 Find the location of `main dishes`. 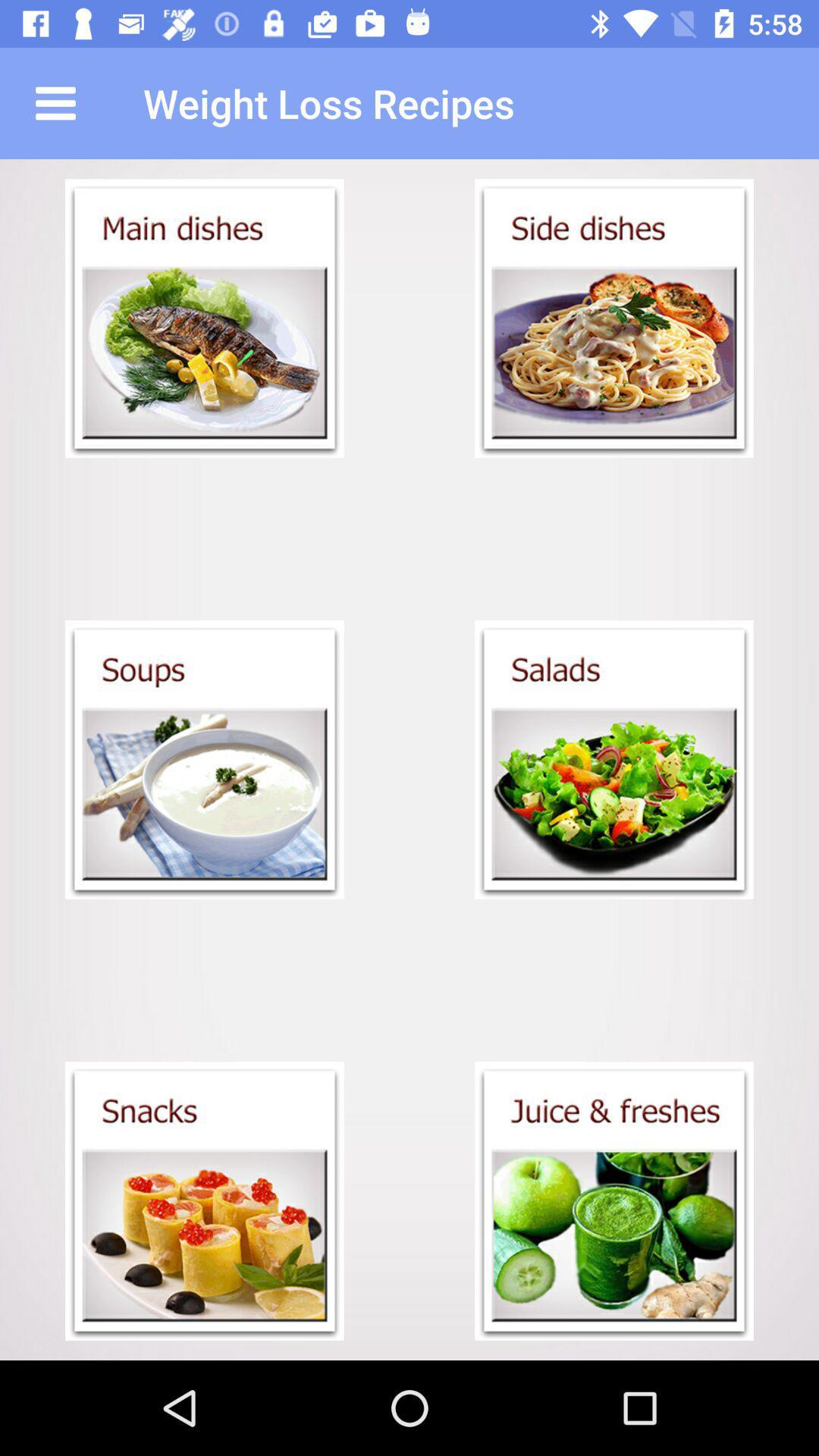

main dishes is located at coordinates (205, 318).